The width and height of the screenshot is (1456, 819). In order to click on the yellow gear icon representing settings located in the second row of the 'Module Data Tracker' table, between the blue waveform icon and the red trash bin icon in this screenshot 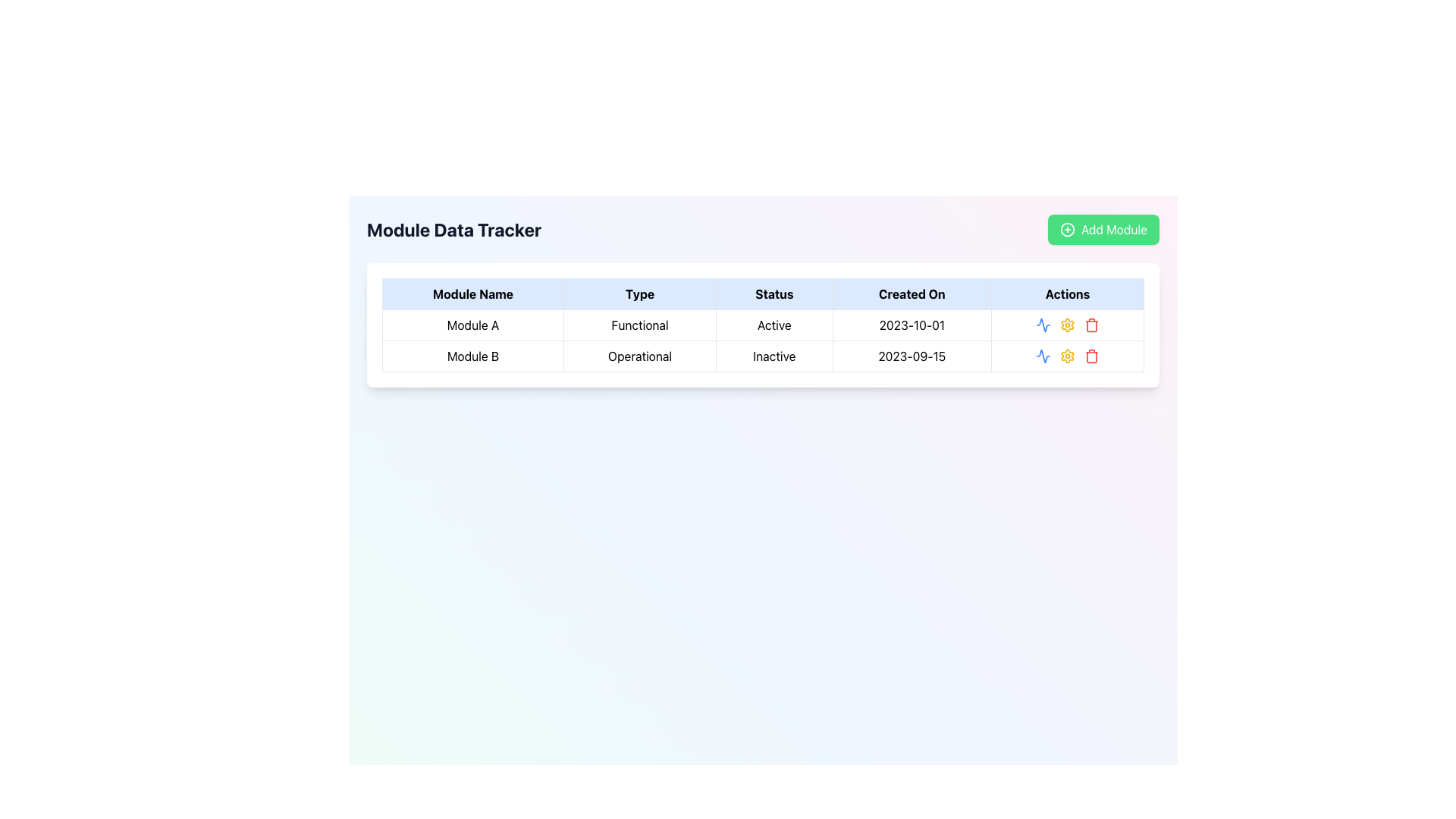, I will do `click(1066, 356)`.